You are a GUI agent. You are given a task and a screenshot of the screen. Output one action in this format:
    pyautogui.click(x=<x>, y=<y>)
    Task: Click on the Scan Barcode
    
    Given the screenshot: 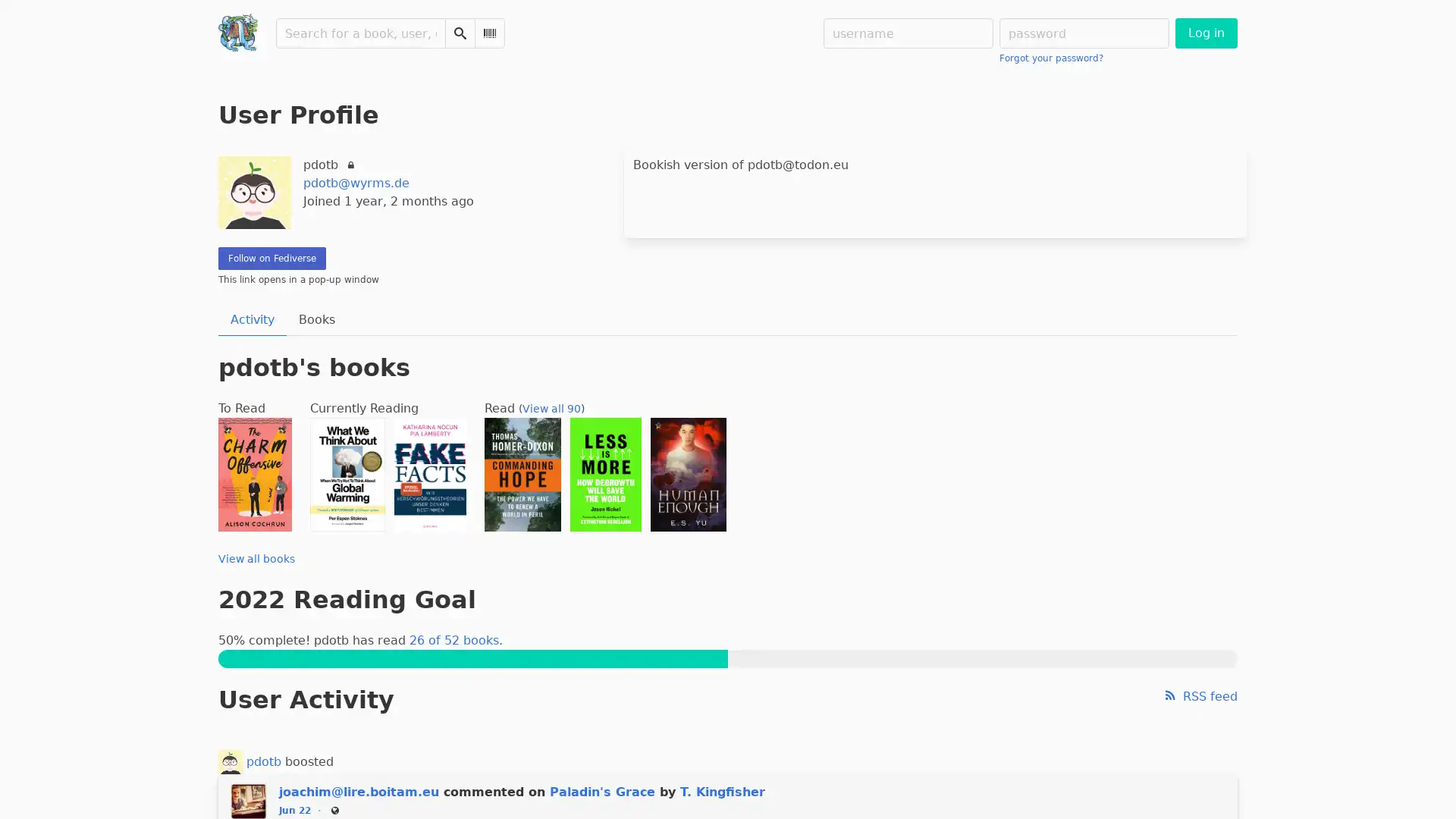 What is the action you would take?
    pyautogui.click(x=490, y=33)
    